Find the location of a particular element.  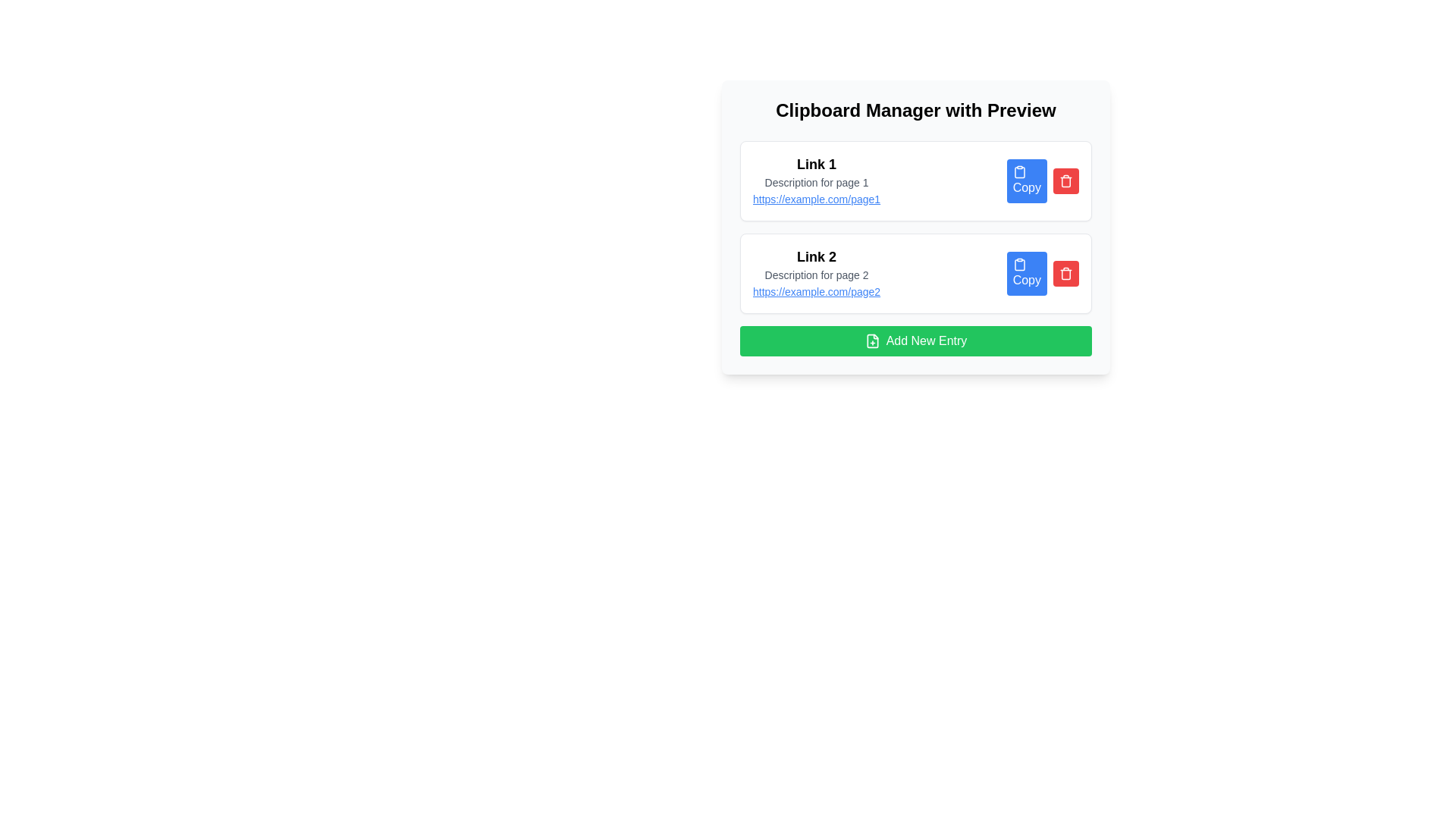

the icon representing the action of adding a new item, which is located to the left of the text inside the green 'Add New Entry' button at the bottom of the card is located at coordinates (872, 341).